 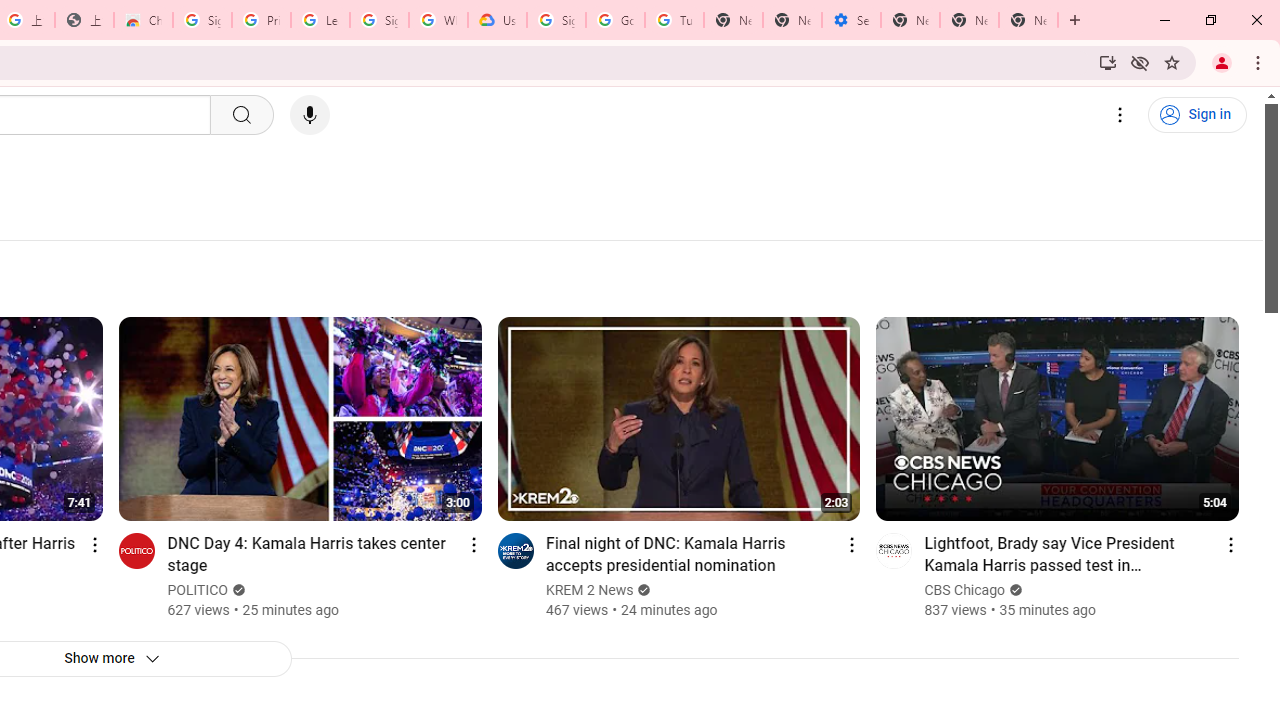 I want to click on 'Install YouTube', so click(x=1106, y=61).